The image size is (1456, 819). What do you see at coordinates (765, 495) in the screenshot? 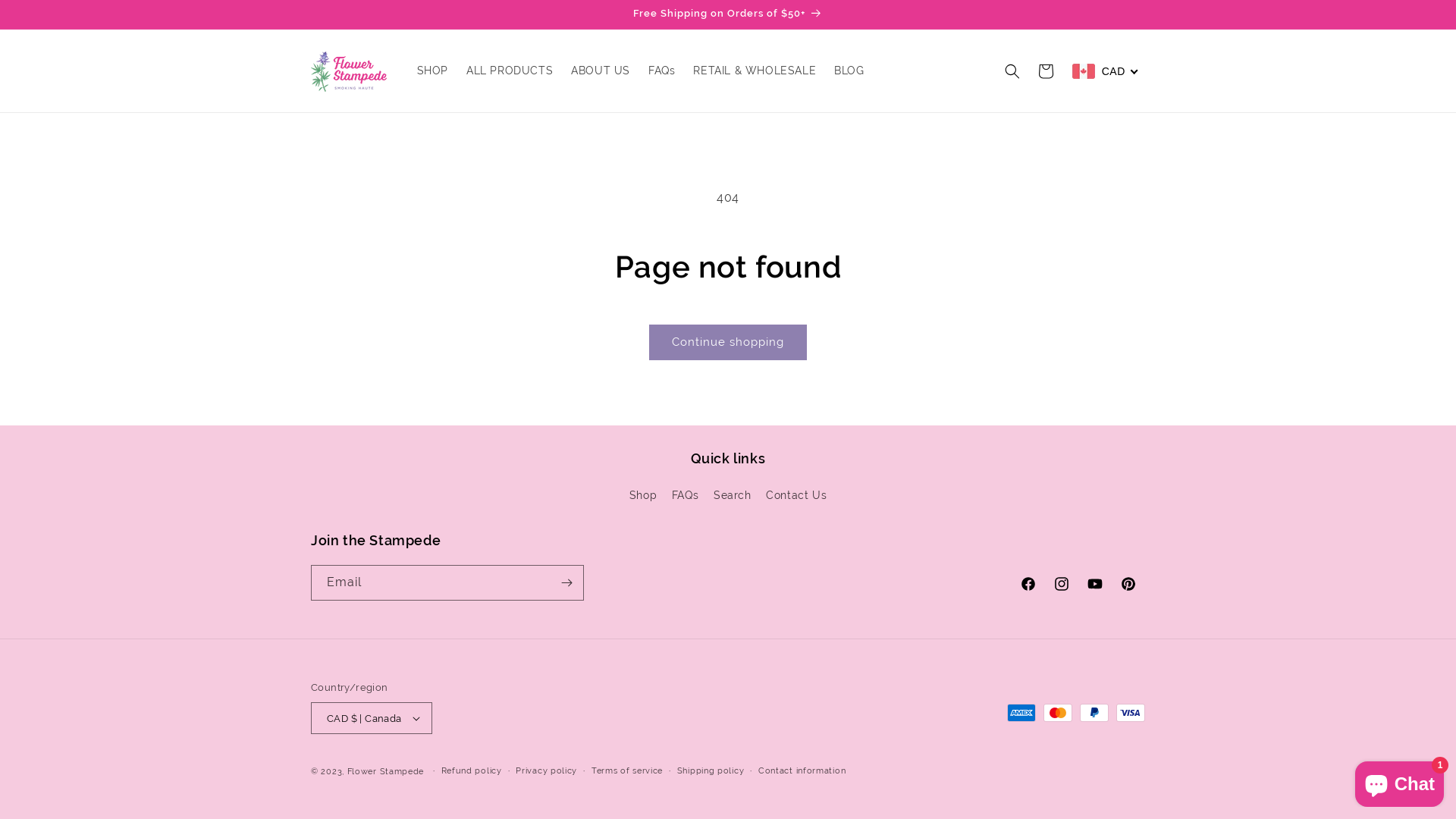
I see `'Contact Us'` at bounding box center [765, 495].